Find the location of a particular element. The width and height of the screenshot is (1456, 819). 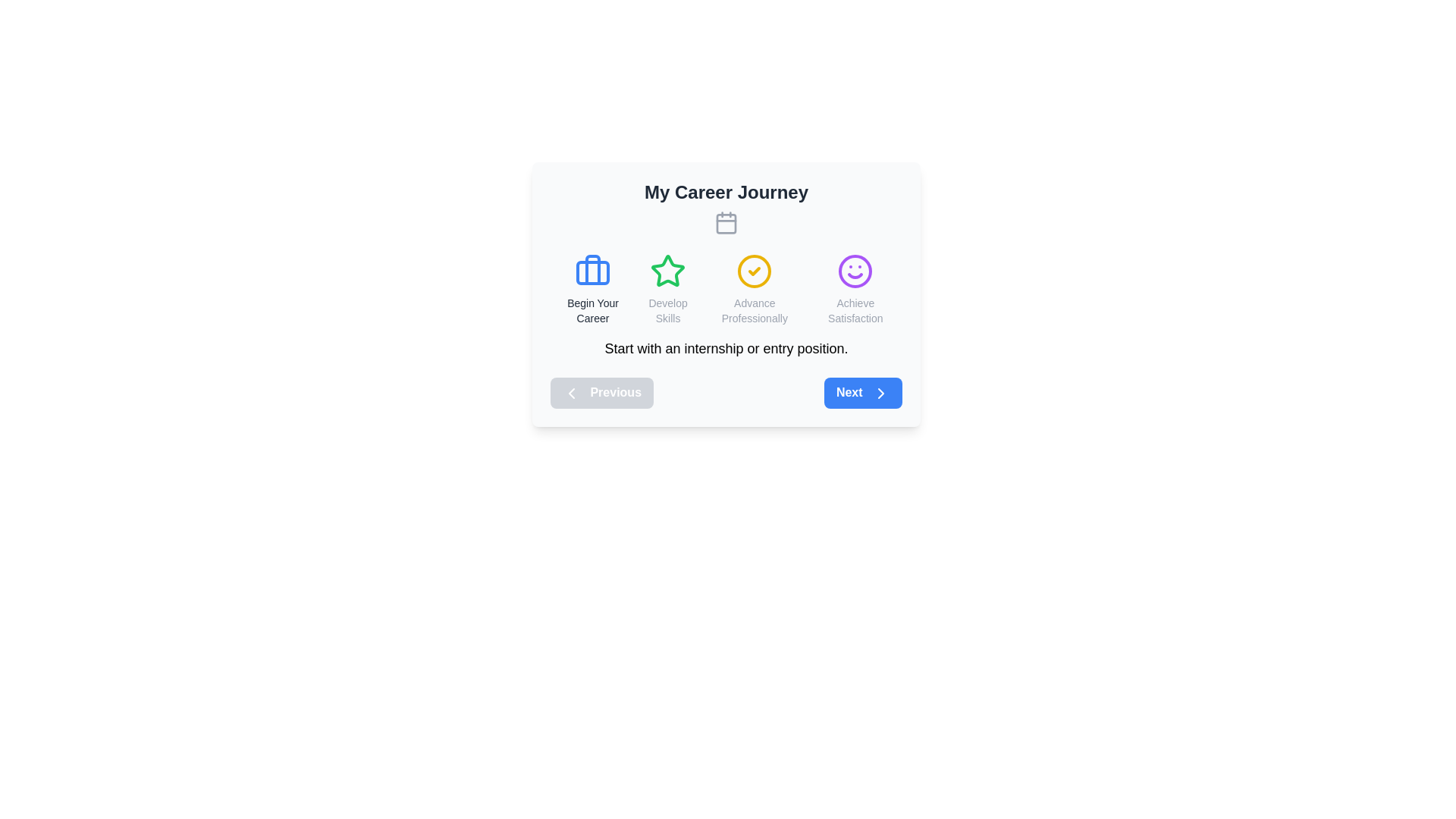

the icon with a smiling face outlined in a purple circle and the label 'Achieve Satisfaction' located at the bottom of the 'My Career Journey' section is located at coordinates (855, 289).